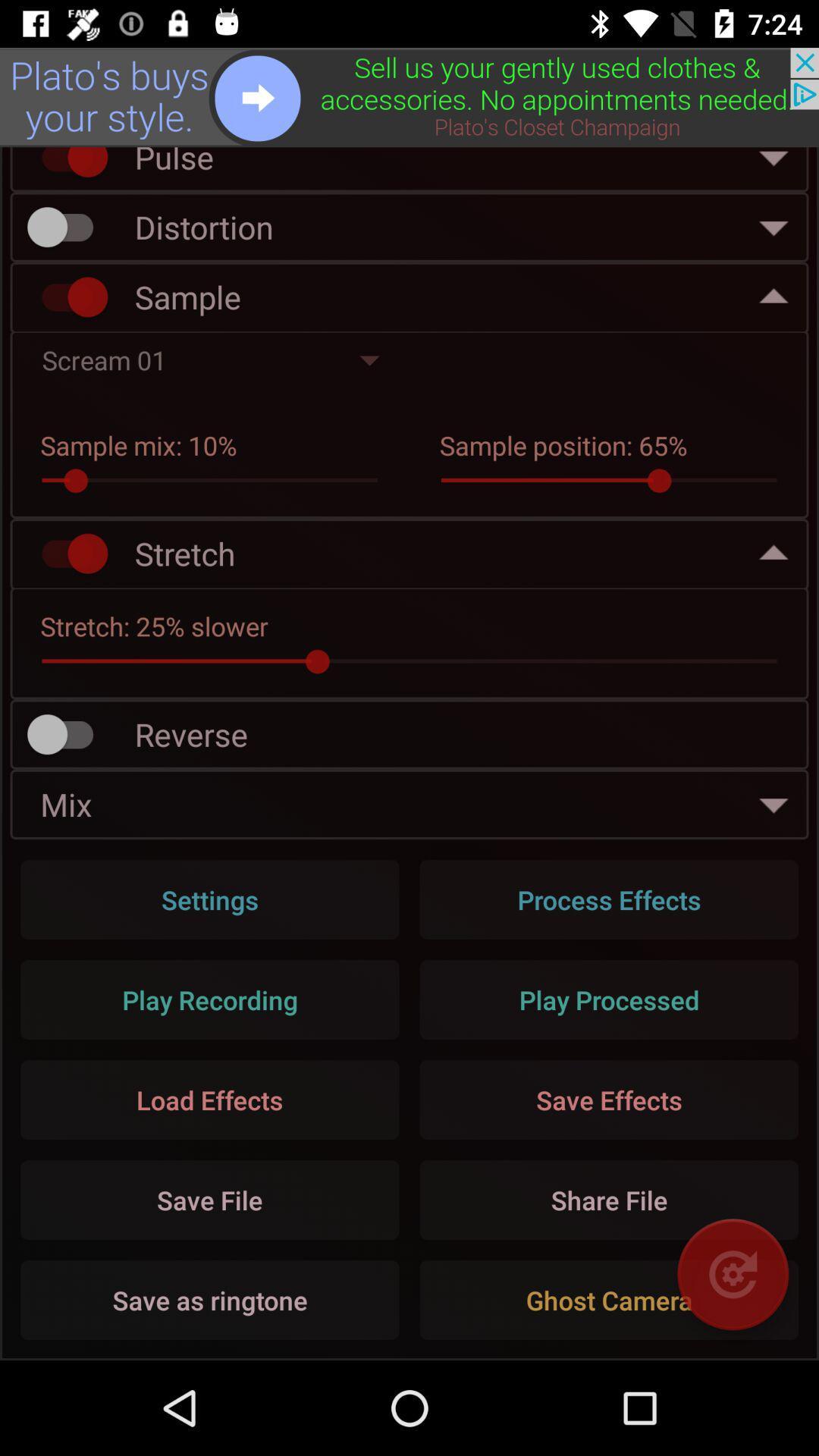 The height and width of the screenshot is (1456, 819). I want to click on stretch option, so click(67, 553).